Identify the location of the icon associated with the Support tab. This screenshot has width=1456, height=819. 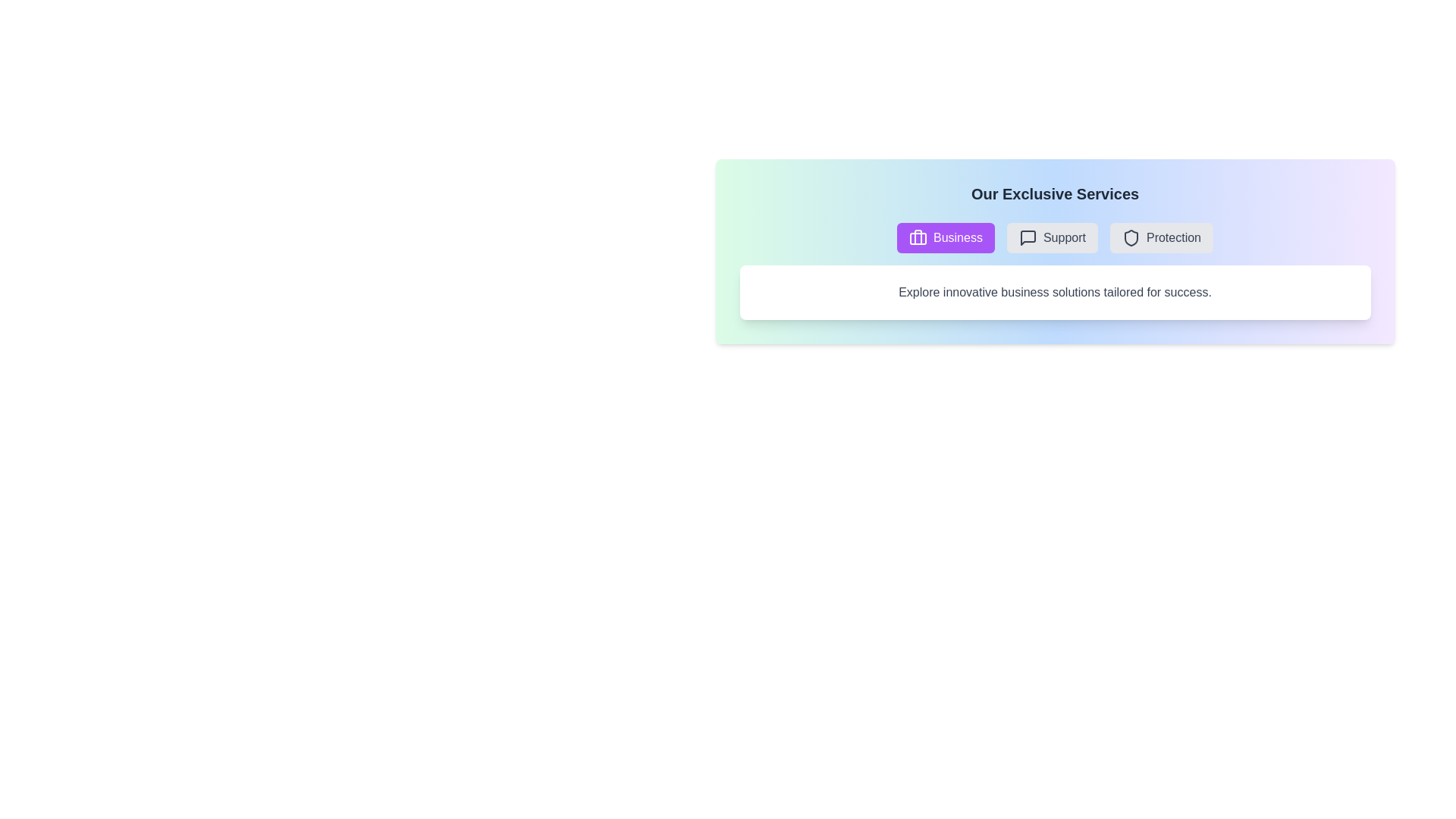
(1028, 237).